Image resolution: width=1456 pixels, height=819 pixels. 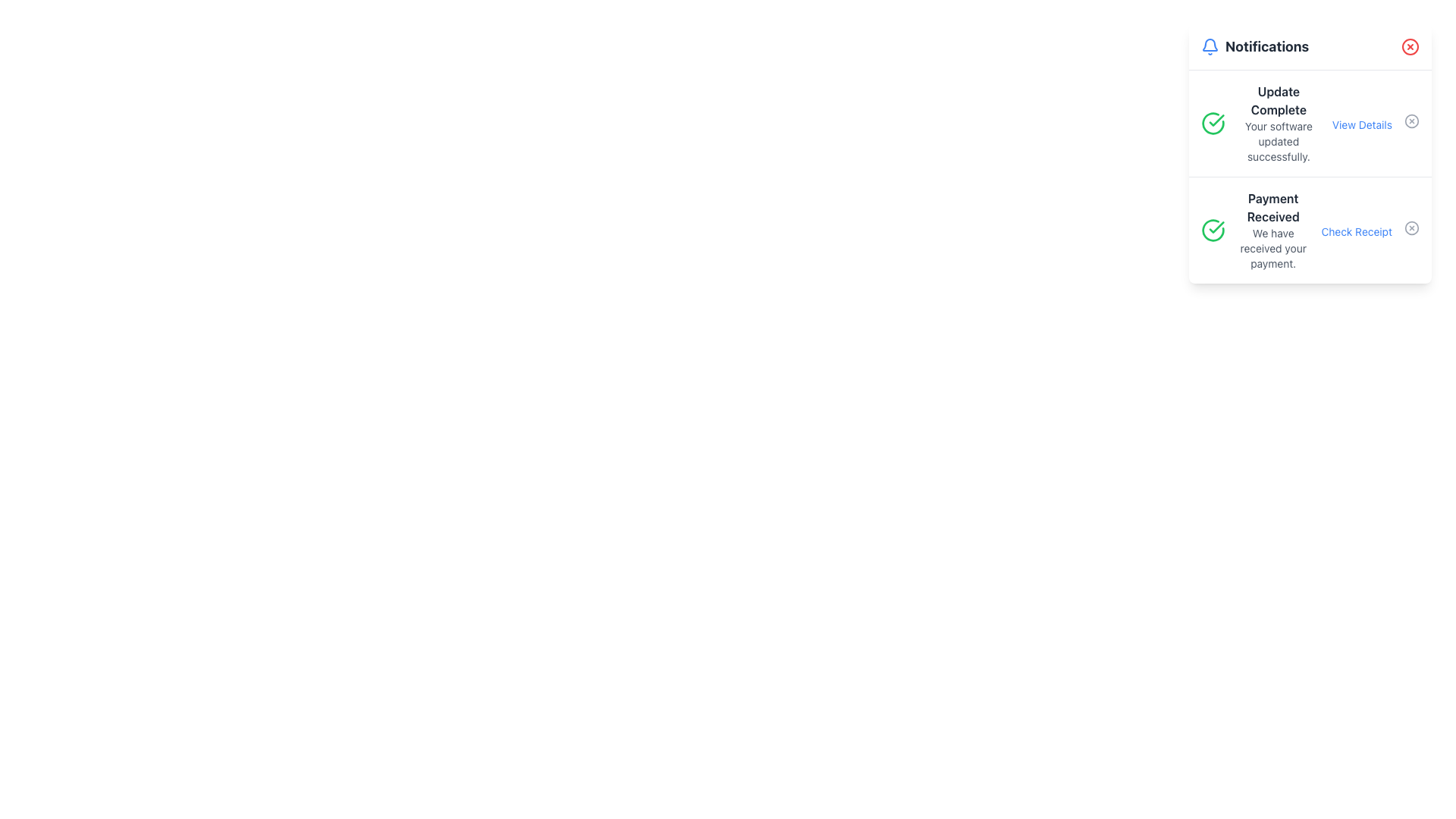 I want to click on the circular green icon with a checkmark located in the 'Payment Received' notification area, adjacent to the 'Payment Received' text, so click(x=1212, y=231).